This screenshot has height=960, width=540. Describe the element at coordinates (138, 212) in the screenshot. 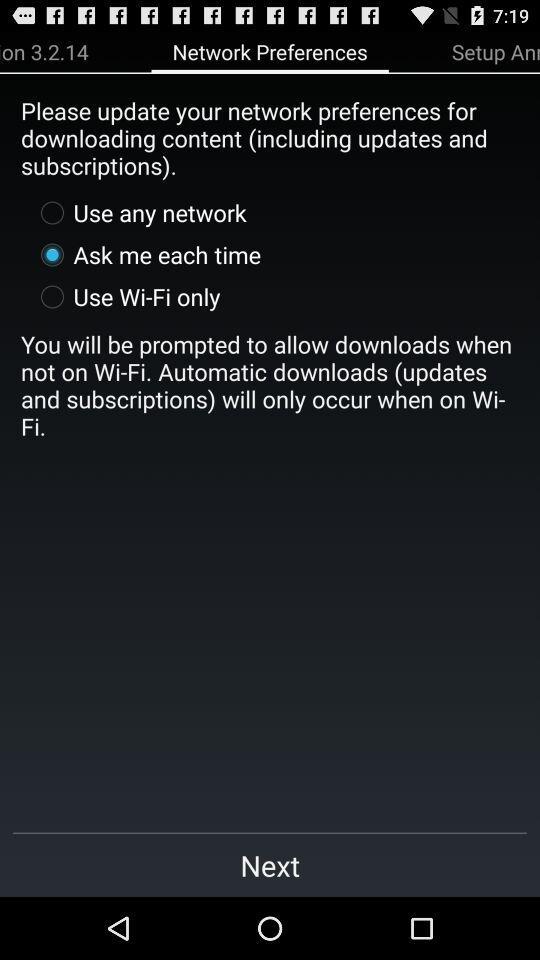

I see `item below please update your app` at that location.